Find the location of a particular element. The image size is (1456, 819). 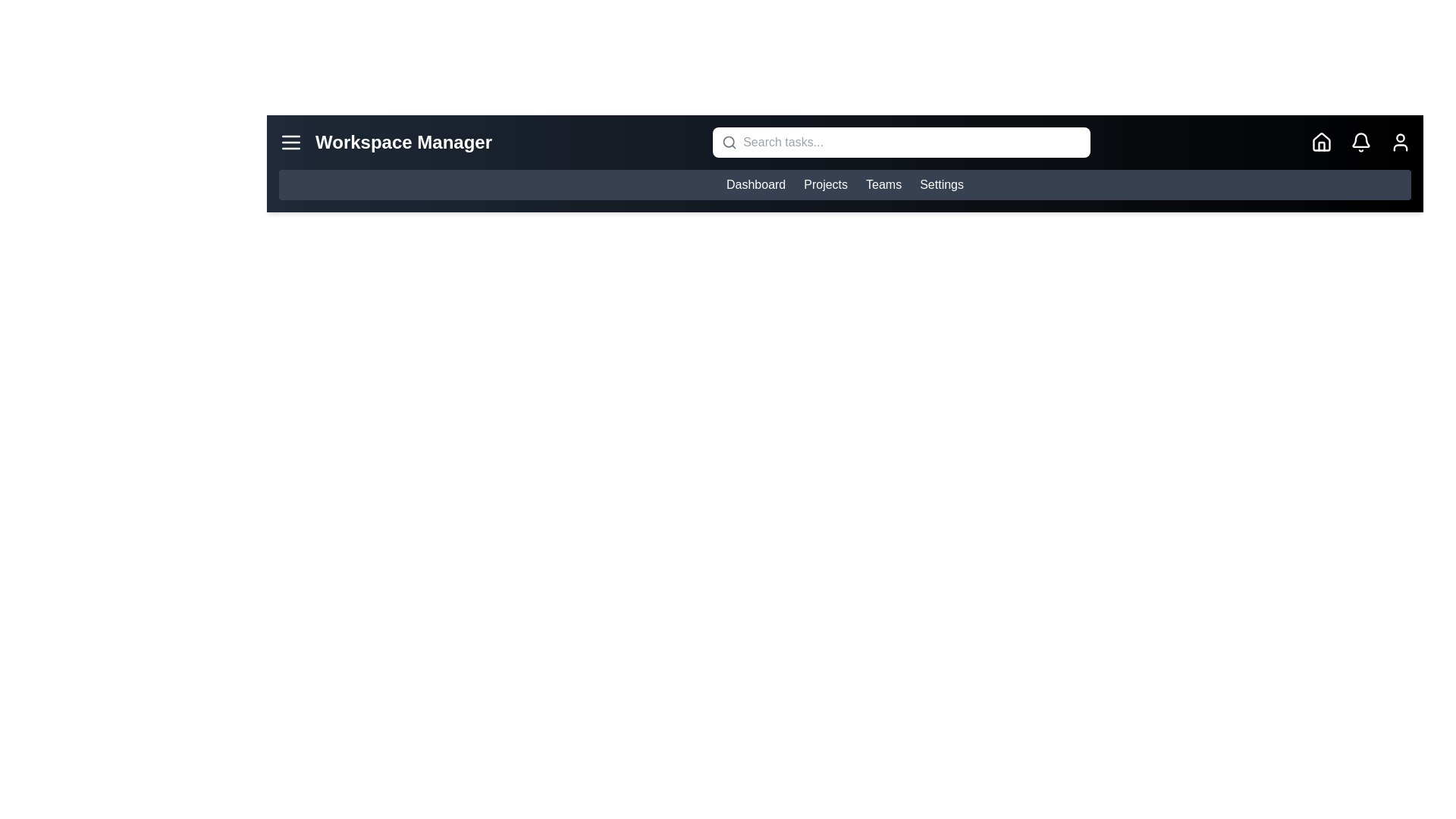

the Home icon to navigate to the home page is located at coordinates (1320, 143).